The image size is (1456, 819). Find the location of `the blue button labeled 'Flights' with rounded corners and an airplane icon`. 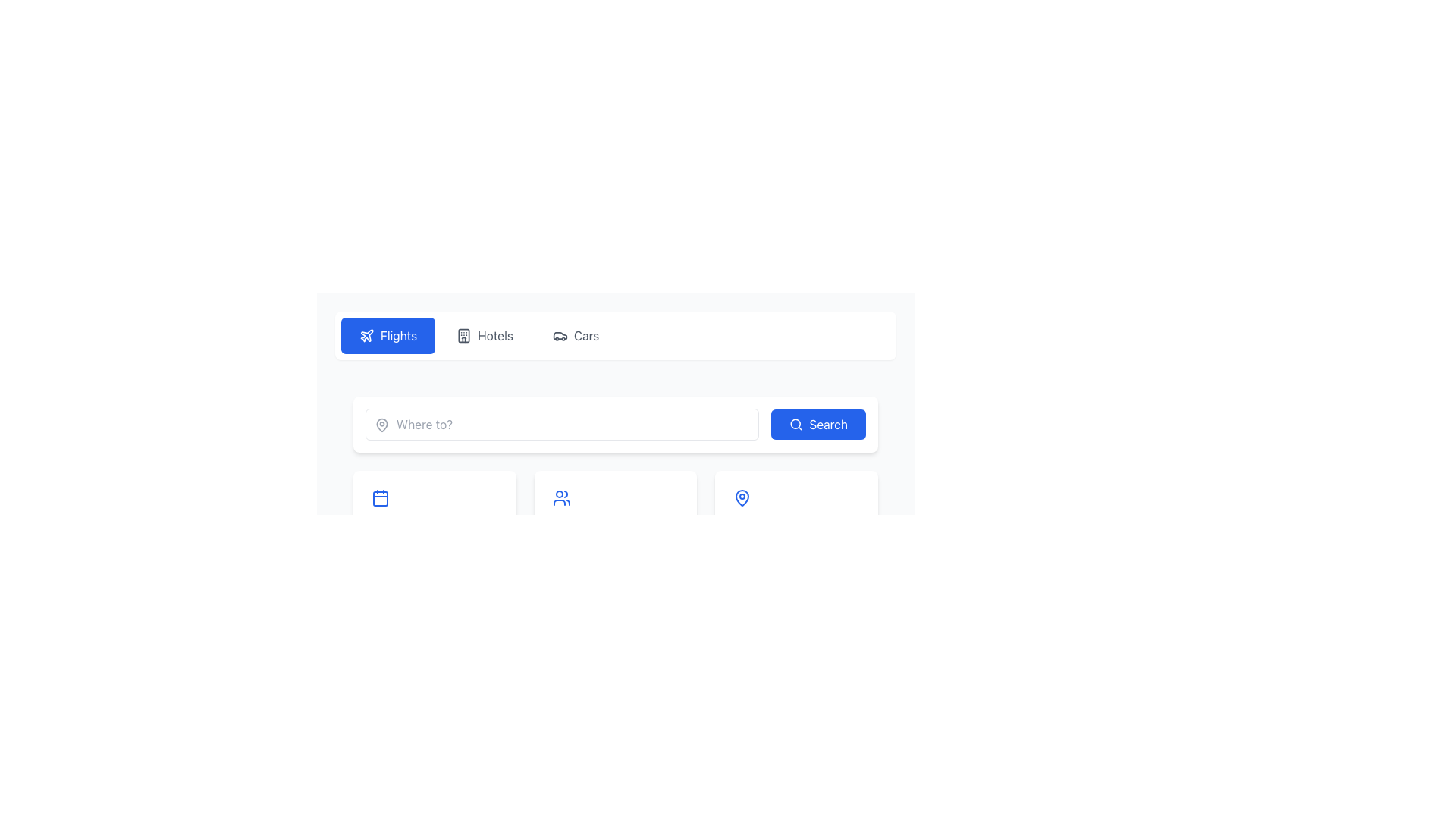

the blue button labeled 'Flights' with rounded corners and an airplane icon is located at coordinates (388, 335).